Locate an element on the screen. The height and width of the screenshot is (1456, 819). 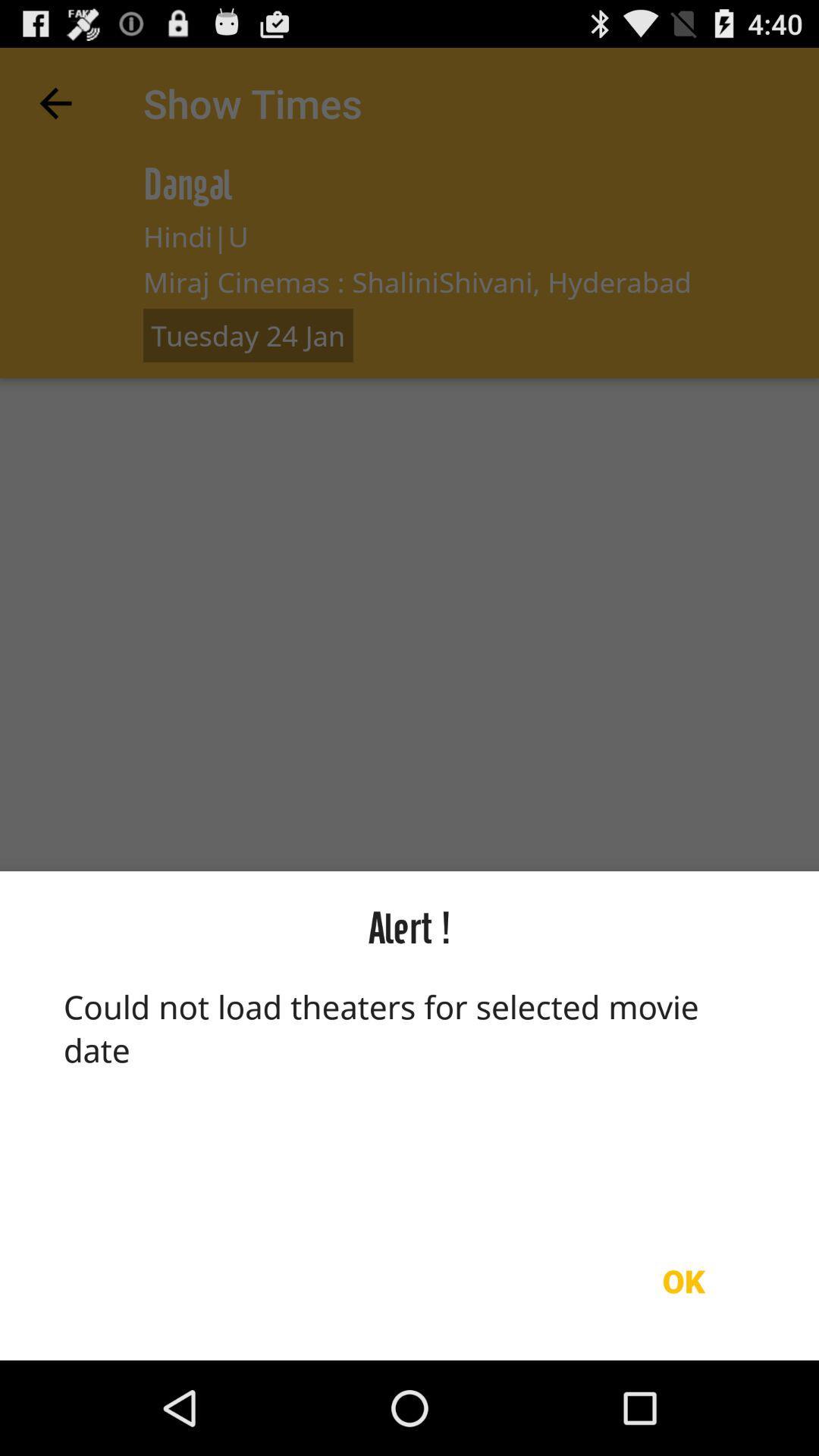
could not load icon is located at coordinates (409, 1093).